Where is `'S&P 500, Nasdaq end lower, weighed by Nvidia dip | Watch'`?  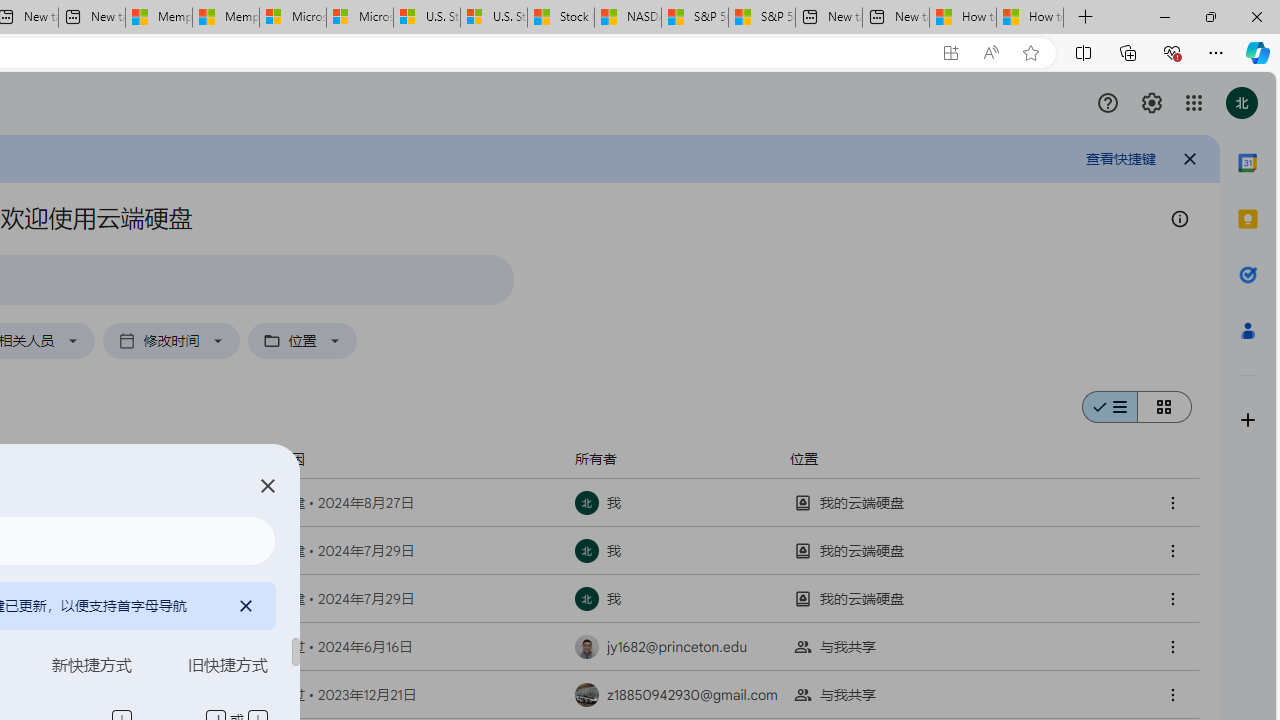 'S&P 500, Nasdaq end lower, weighed by Nvidia dip | Watch' is located at coordinates (760, 17).